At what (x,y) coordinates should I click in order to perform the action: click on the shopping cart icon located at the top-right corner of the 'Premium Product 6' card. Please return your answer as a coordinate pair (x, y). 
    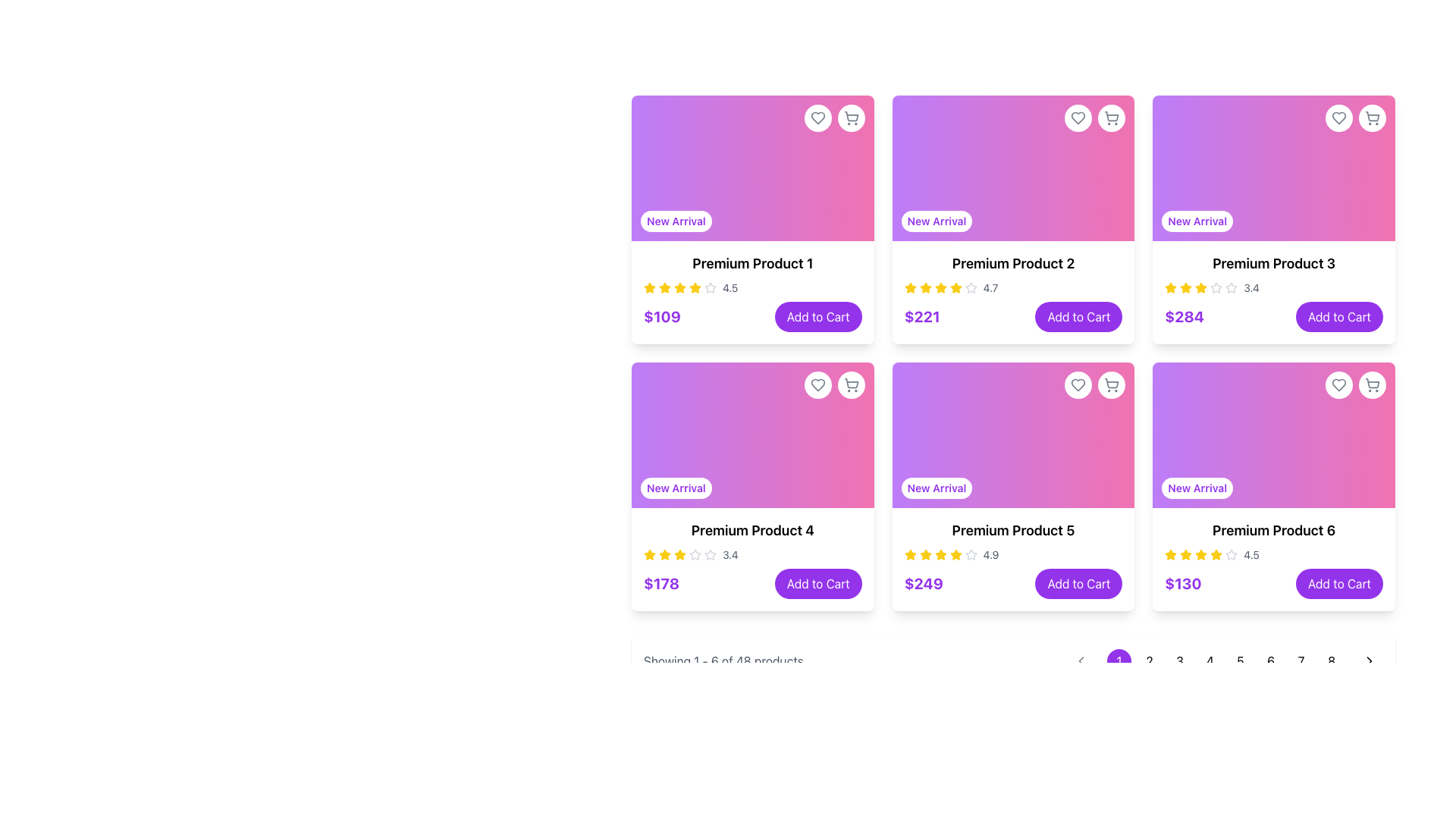
    Looking at the image, I should click on (1372, 384).